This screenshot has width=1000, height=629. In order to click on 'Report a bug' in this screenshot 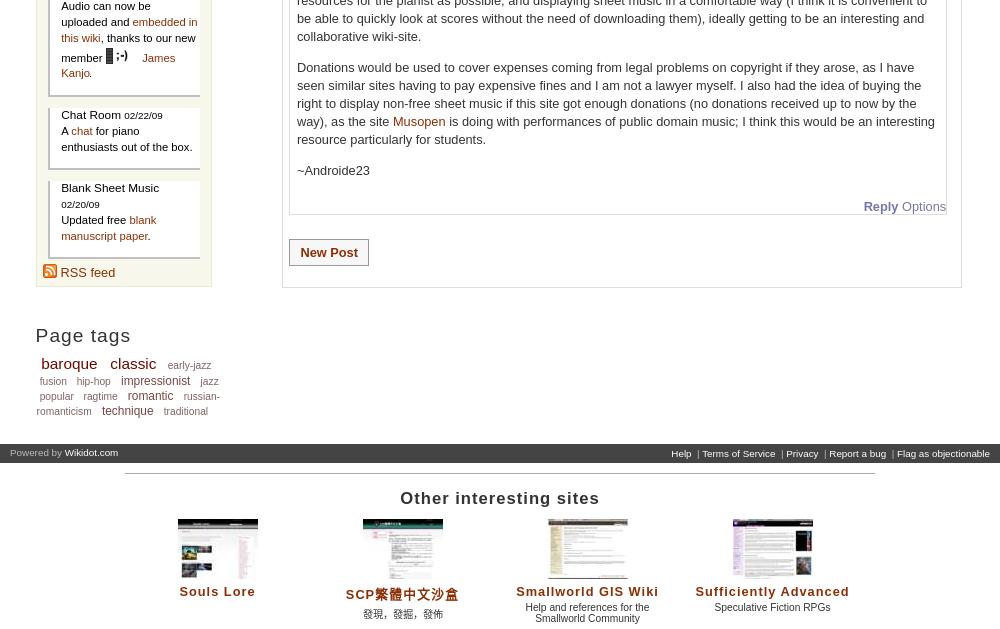, I will do `click(856, 452)`.